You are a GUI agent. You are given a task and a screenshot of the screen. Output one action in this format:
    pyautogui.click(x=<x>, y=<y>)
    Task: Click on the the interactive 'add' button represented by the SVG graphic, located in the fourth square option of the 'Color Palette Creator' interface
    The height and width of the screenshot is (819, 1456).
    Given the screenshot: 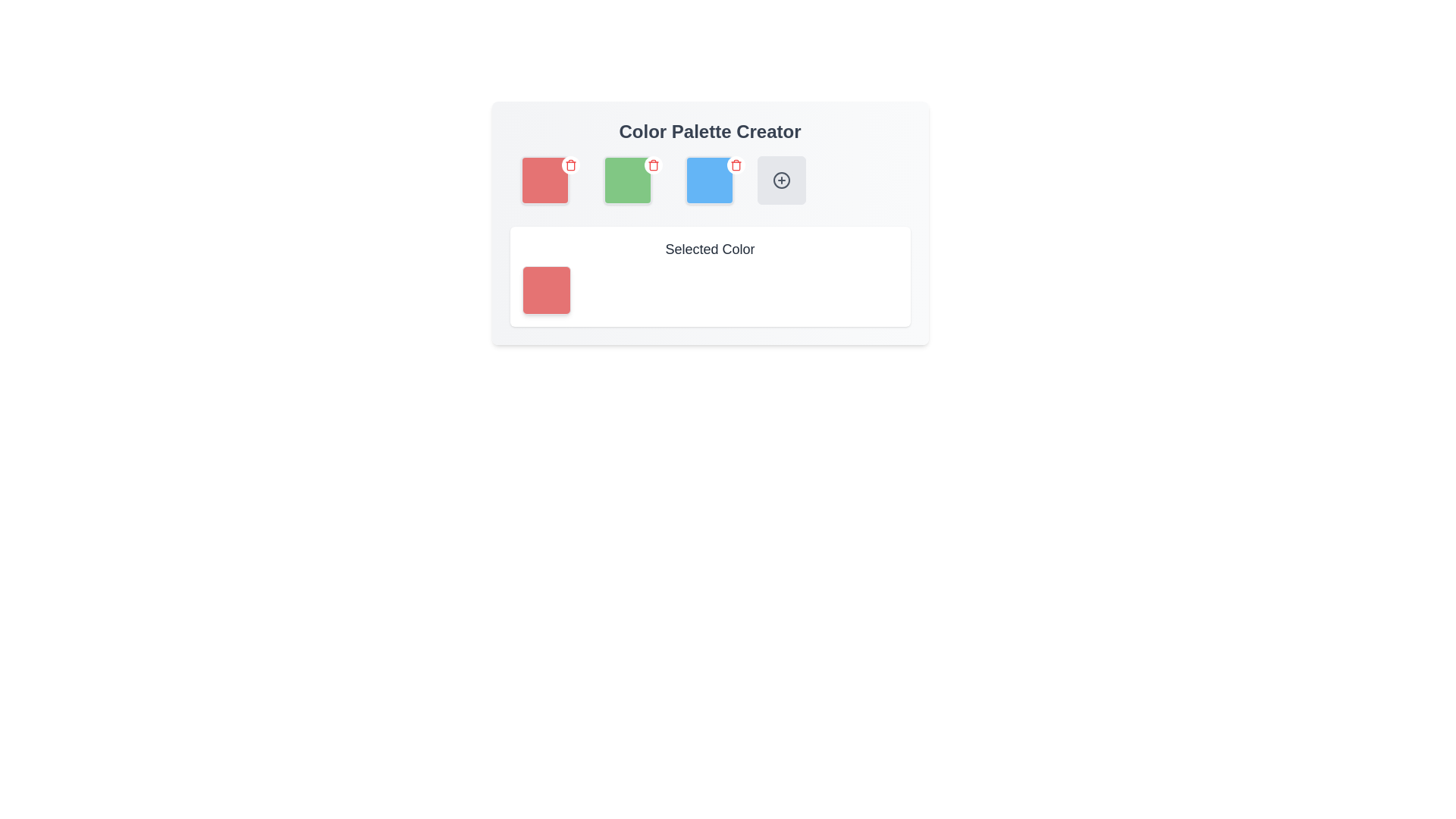 What is the action you would take?
    pyautogui.click(x=781, y=180)
    